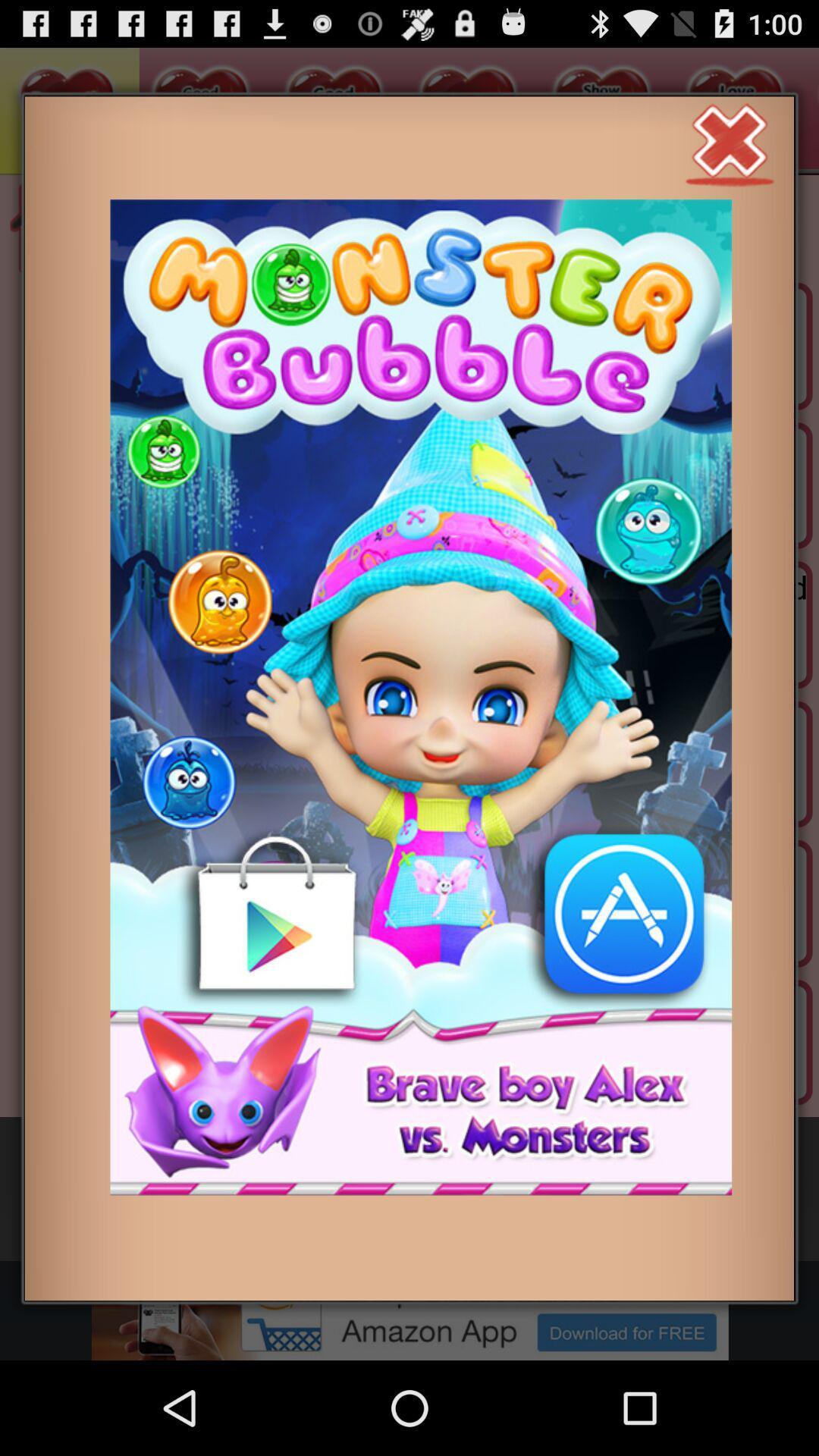 The width and height of the screenshot is (819, 1456). Describe the element at coordinates (421, 696) in the screenshot. I see `click on advertisement` at that location.